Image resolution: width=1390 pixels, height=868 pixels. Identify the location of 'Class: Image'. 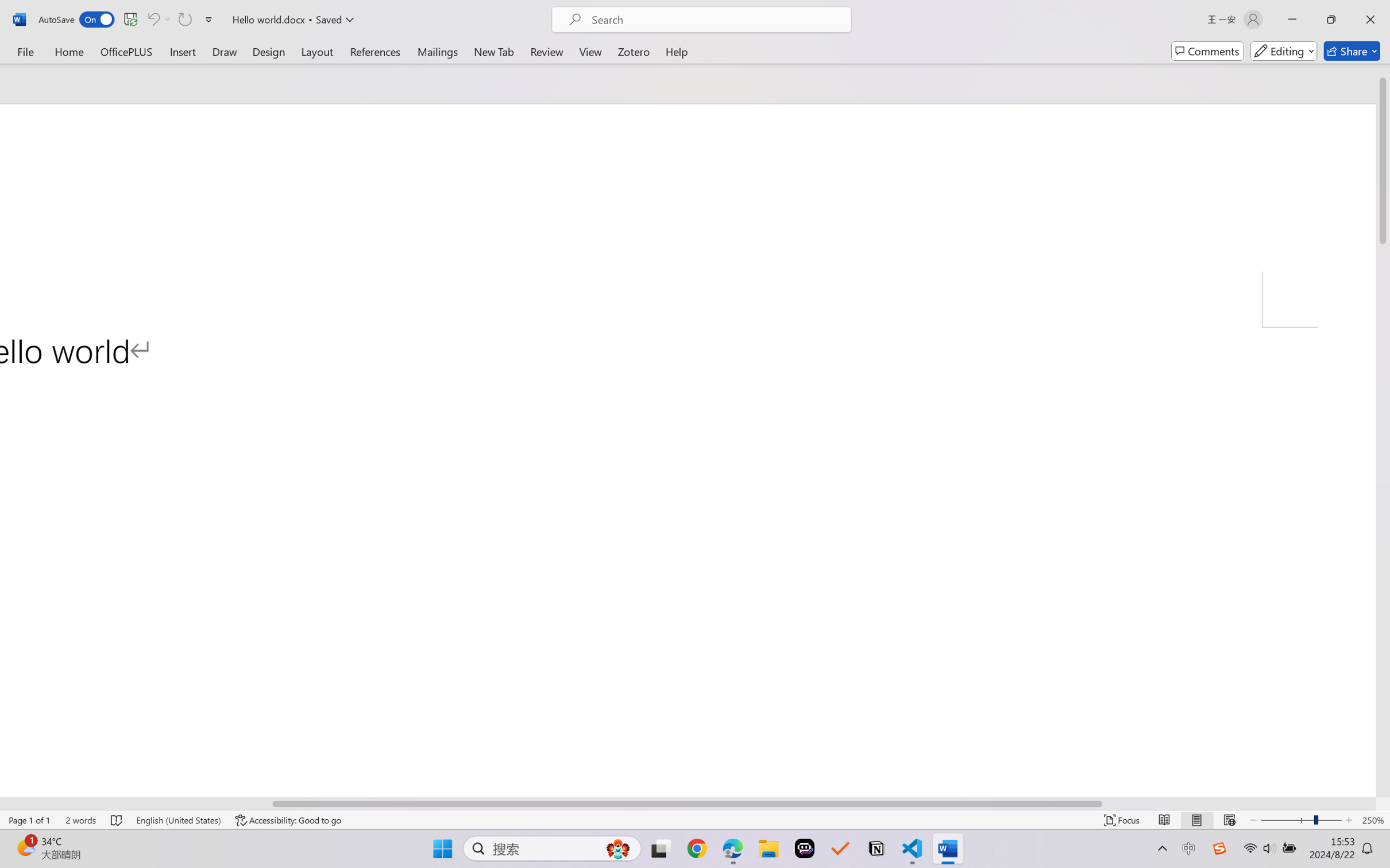
(1219, 848).